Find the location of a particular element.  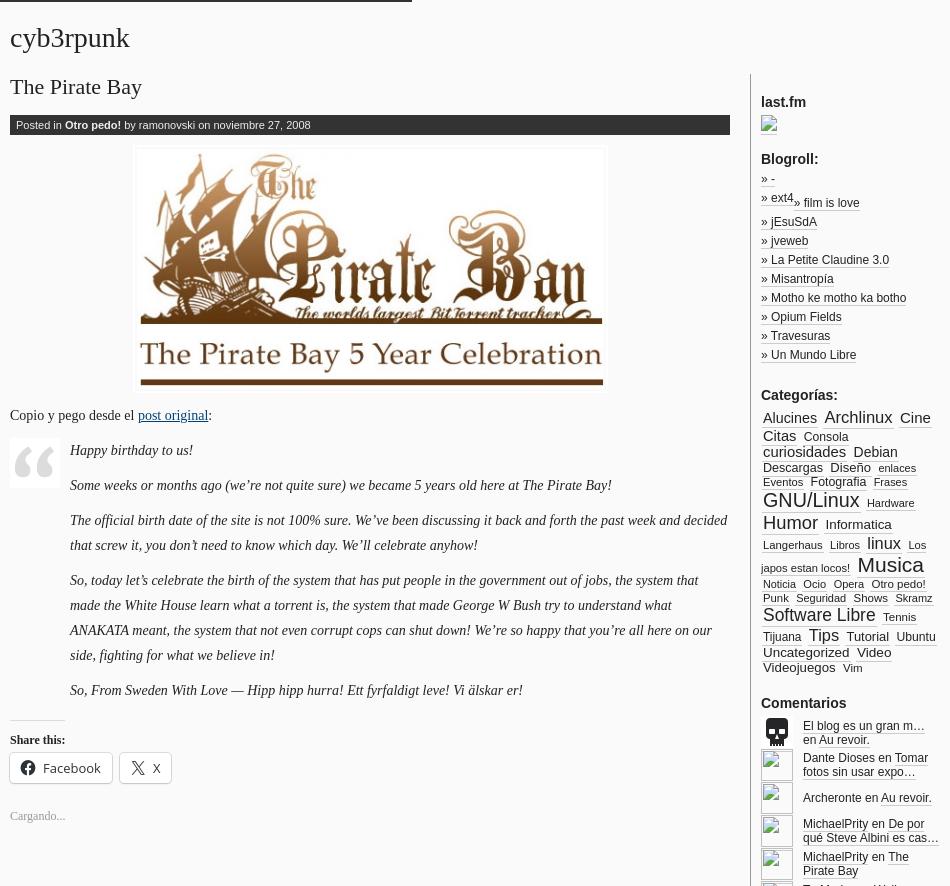

'So, From Sweden With Love — Hipp hipp hurra! Ett fyrfaldigt leve! Vi älskar er!' is located at coordinates (70, 689).